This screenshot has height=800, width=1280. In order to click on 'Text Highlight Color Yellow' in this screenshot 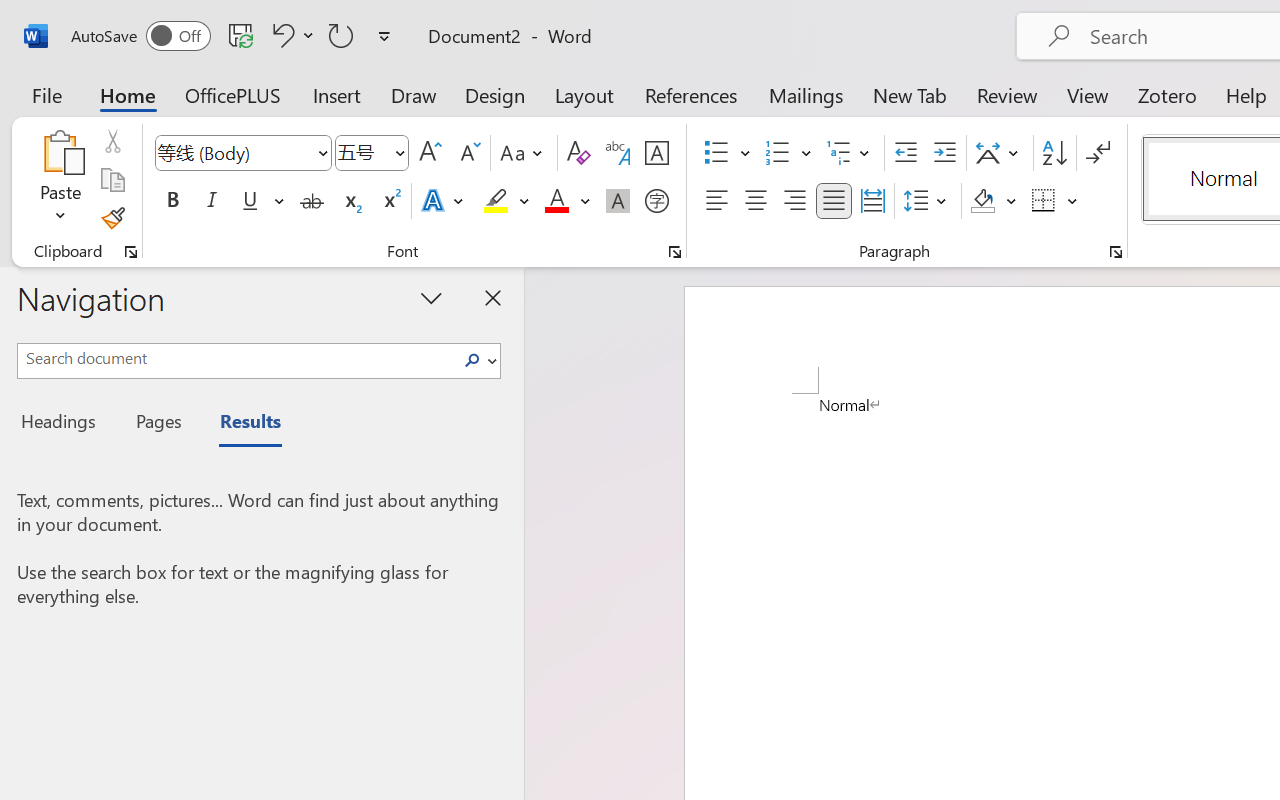, I will do `click(496, 201)`.